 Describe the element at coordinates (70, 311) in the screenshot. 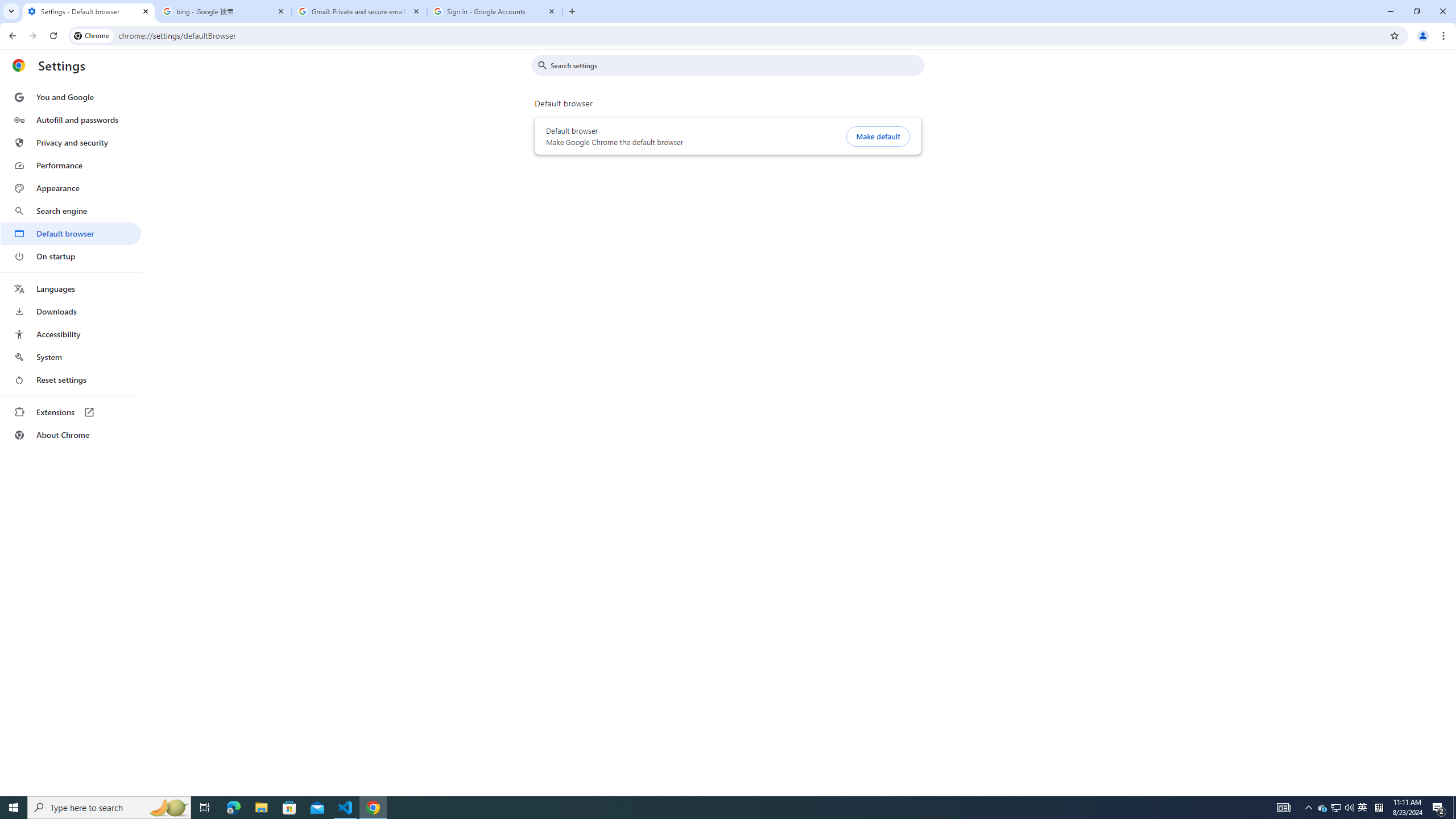

I see `'Downloads'` at that location.